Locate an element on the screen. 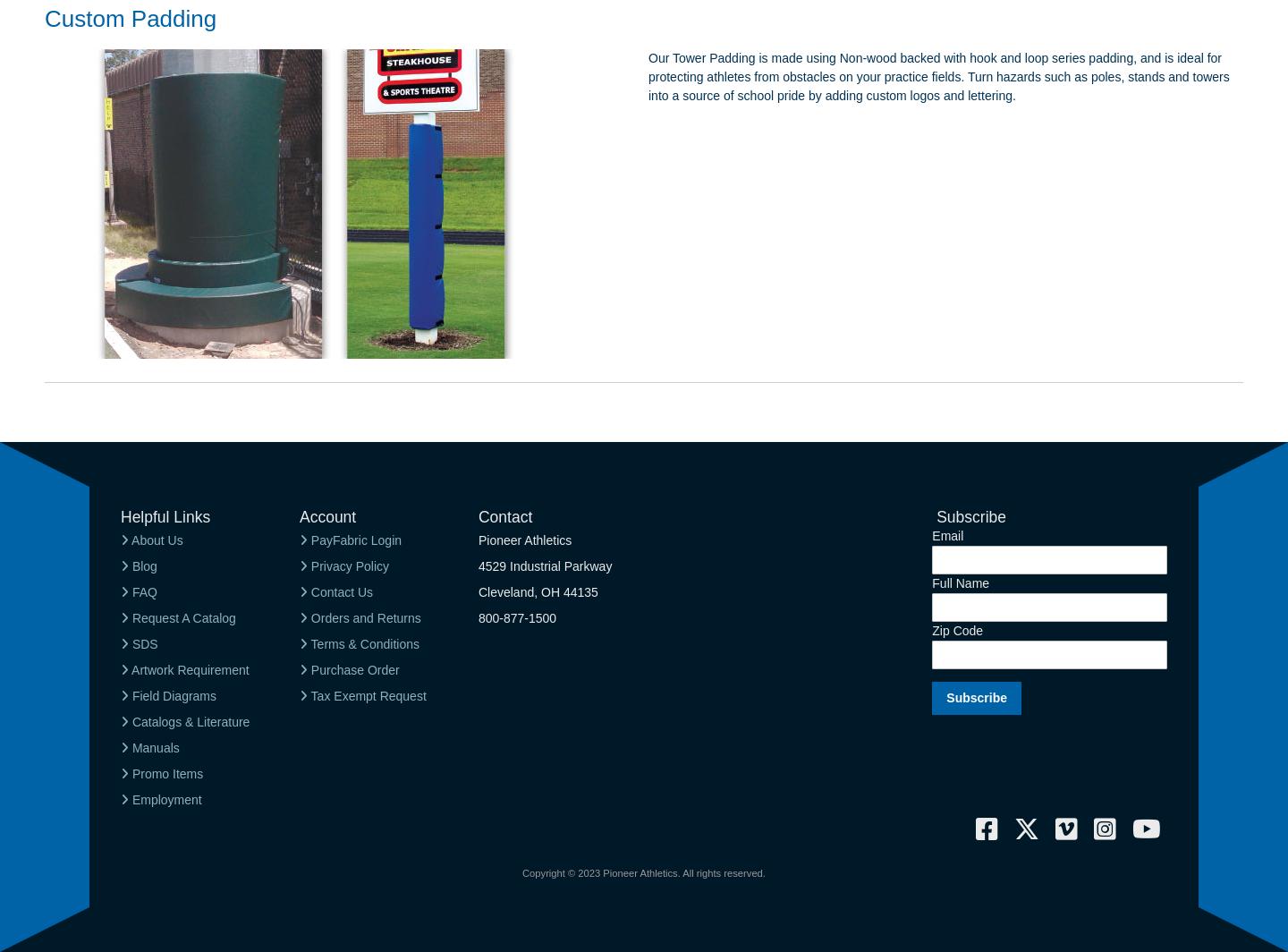  'Blog' is located at coordinates (128, 565).